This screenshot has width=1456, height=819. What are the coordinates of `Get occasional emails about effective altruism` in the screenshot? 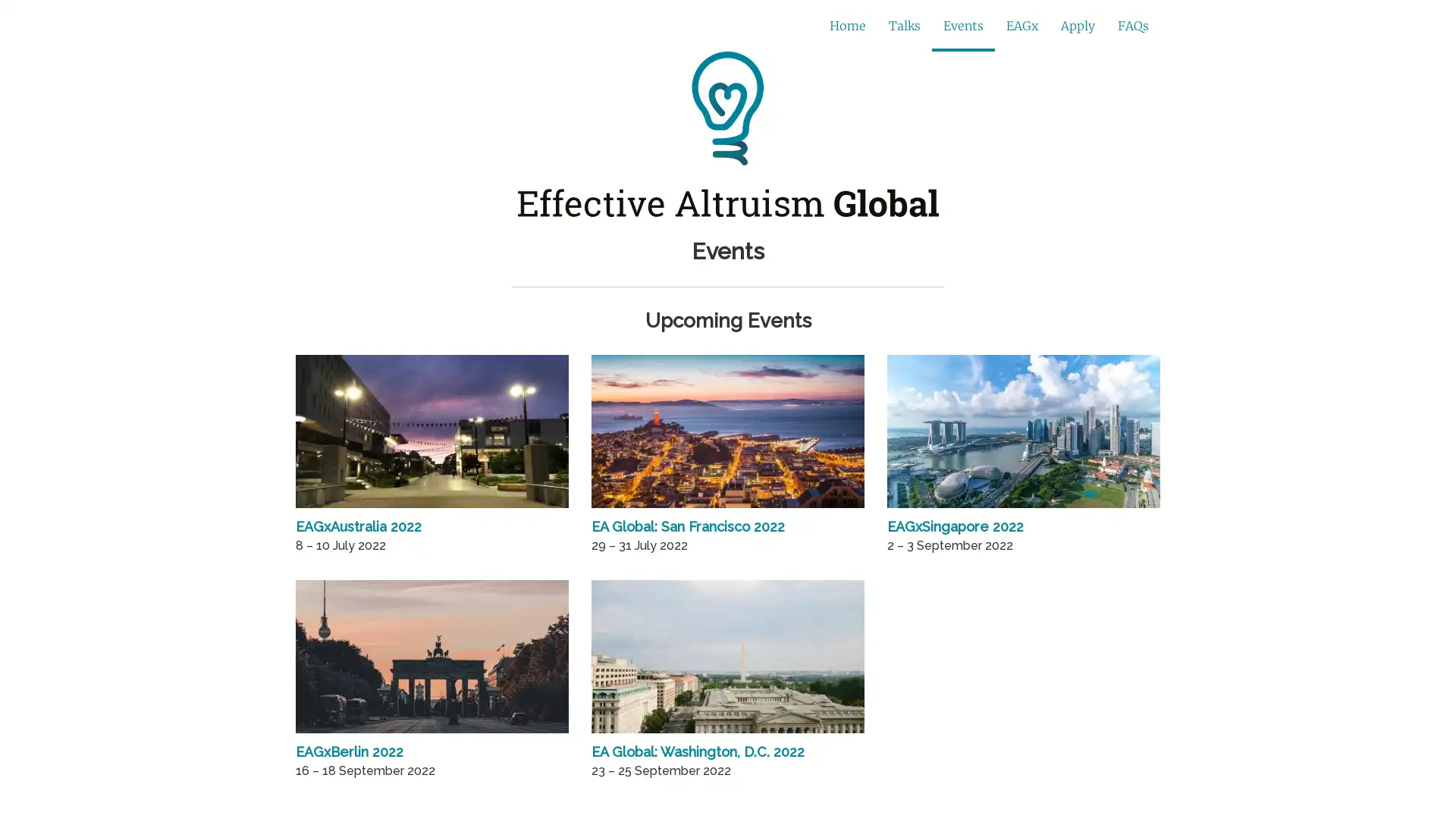 It's located at (600, 26).